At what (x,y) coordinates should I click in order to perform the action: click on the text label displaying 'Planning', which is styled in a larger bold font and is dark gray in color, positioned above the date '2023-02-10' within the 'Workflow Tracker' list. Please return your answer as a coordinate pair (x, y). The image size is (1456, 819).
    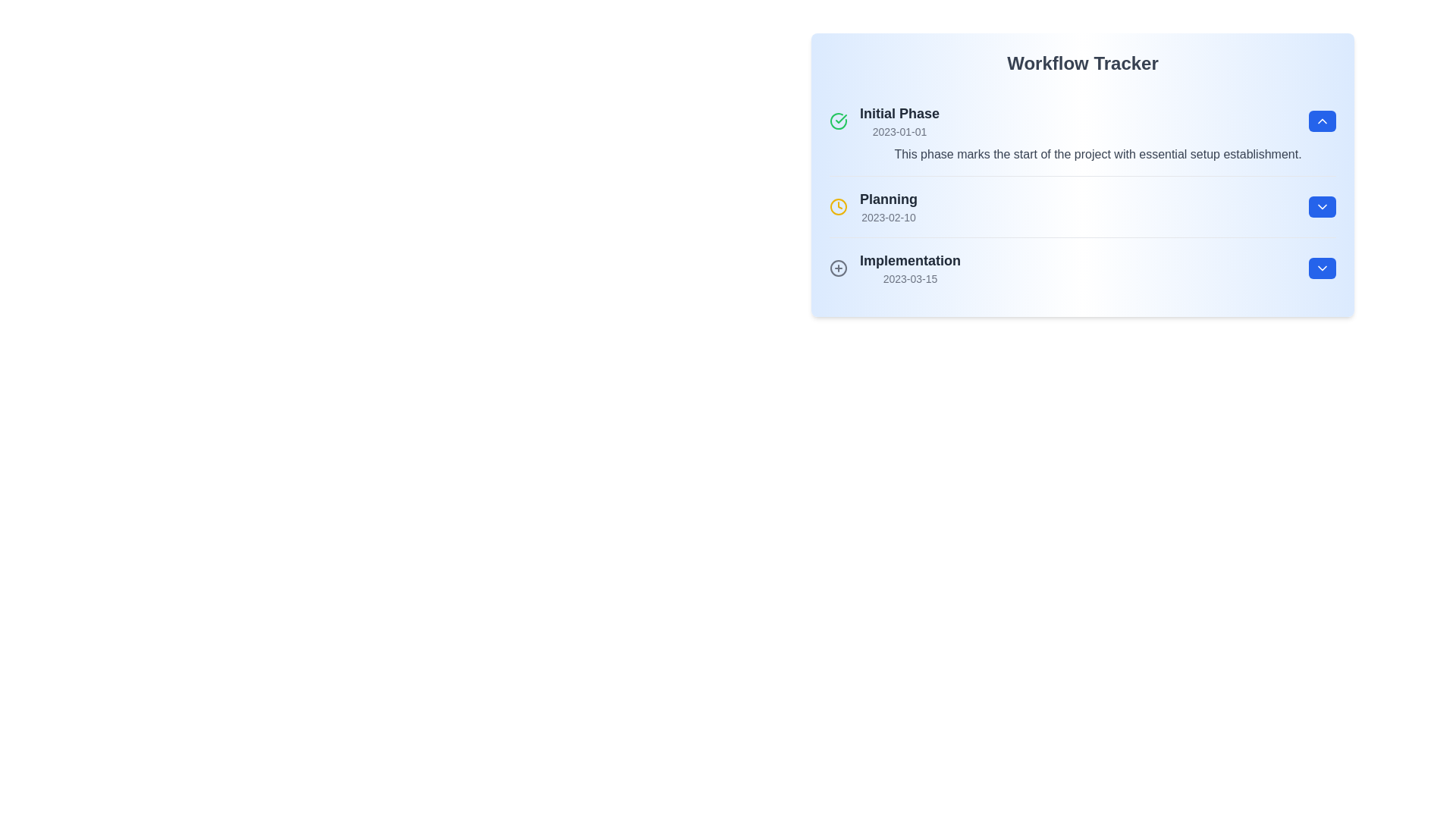
    Looking at the image, I should click on (888, 198).